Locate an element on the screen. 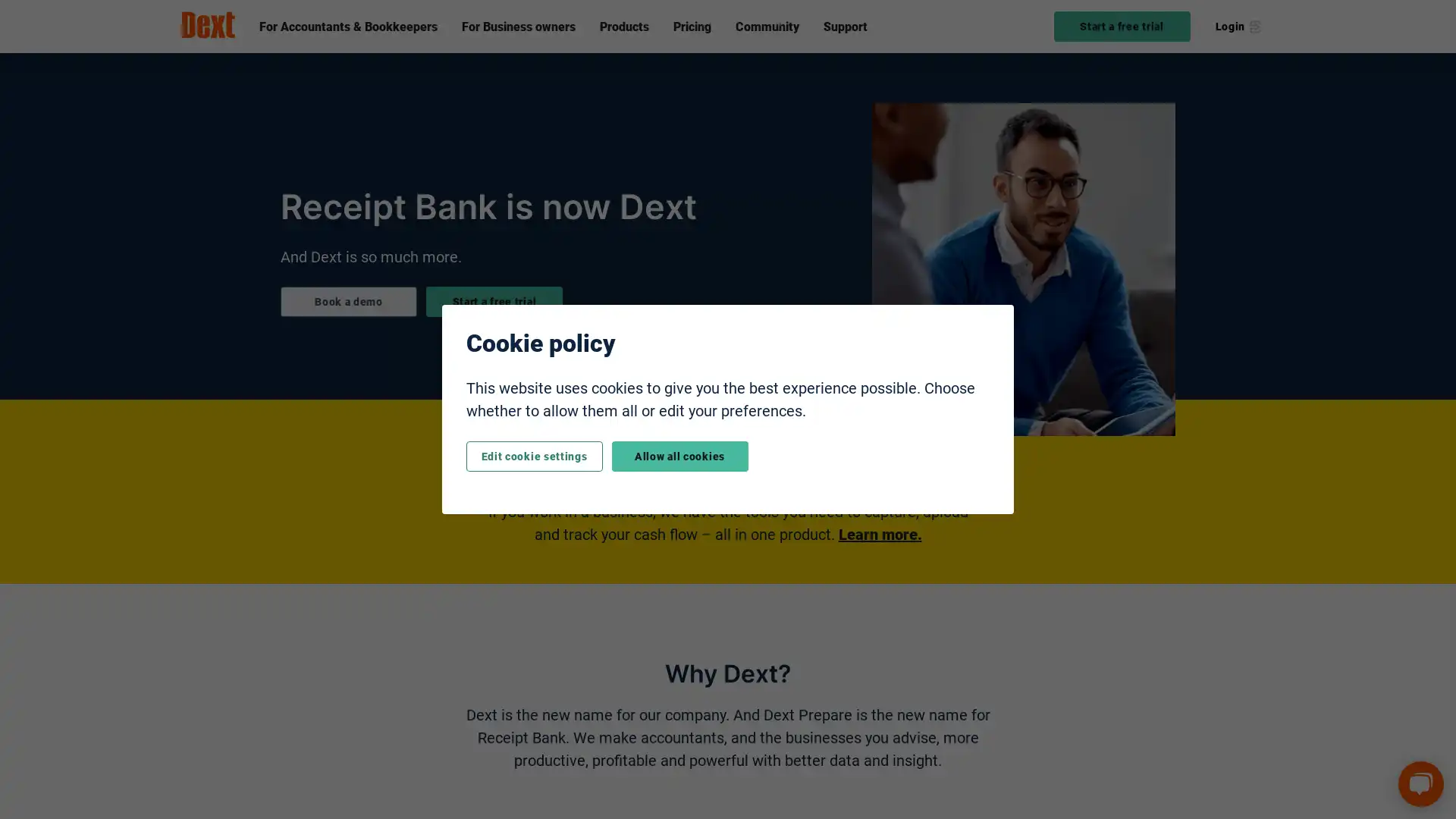 This screenshot has height=819, width=1456. Edit cookie settings is located at coordinates (534, 455).